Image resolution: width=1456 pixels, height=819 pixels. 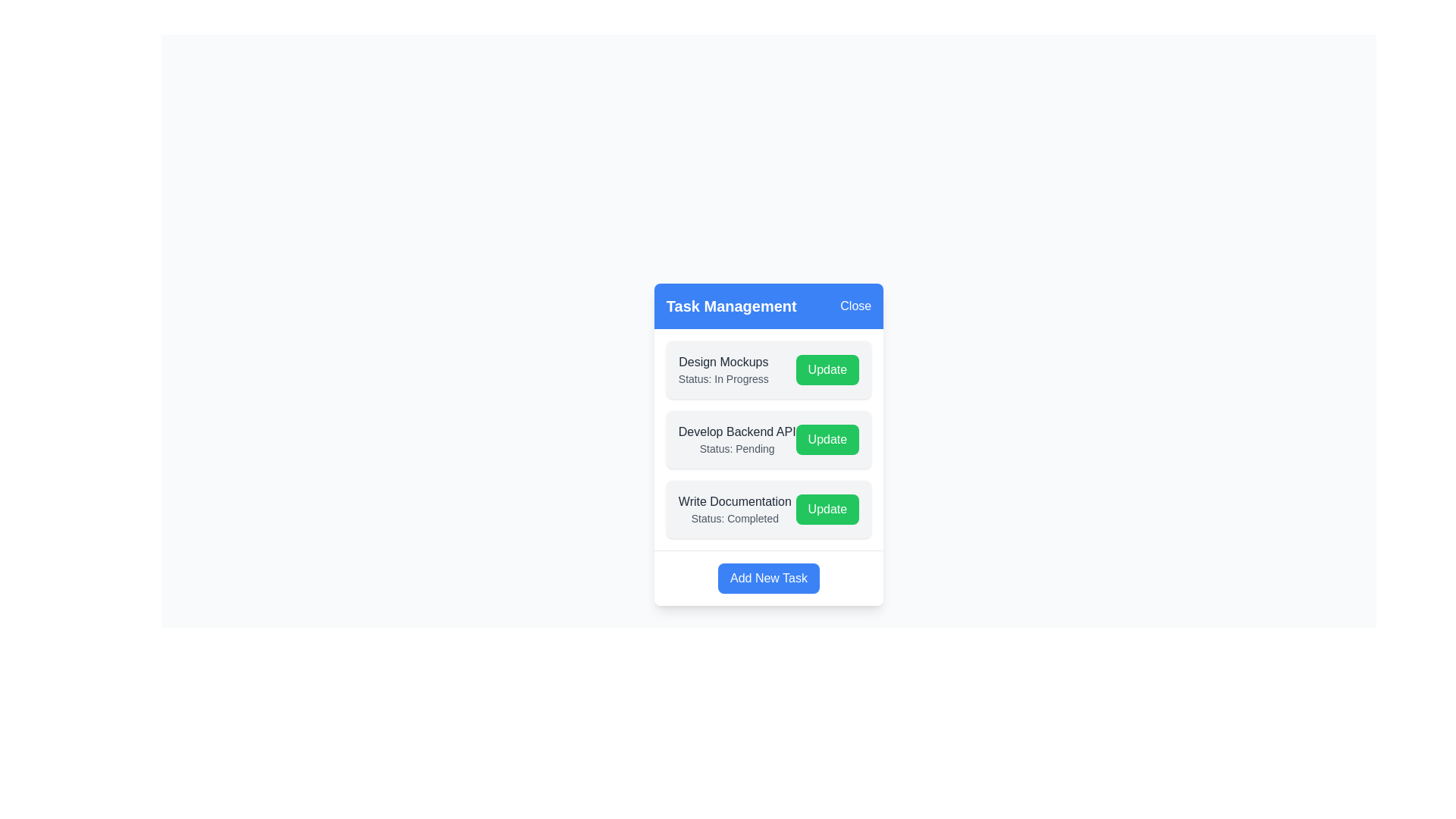 I want to click on 'Update' button for the task 'Design Mockups', so click(x=827, y=369).